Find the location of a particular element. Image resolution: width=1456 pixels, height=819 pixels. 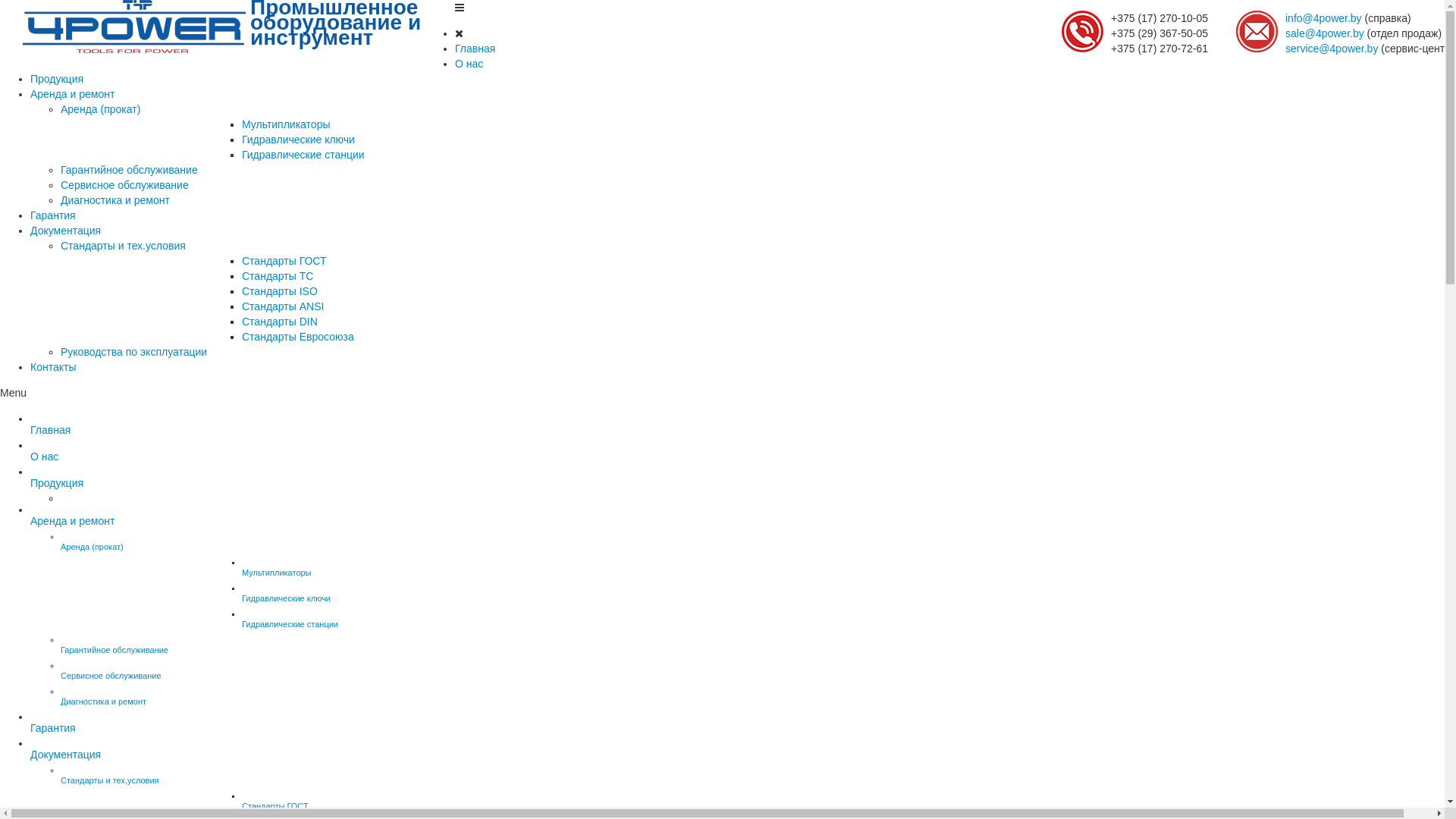

'service@4power.by' is located at coordinates (1331, 48).